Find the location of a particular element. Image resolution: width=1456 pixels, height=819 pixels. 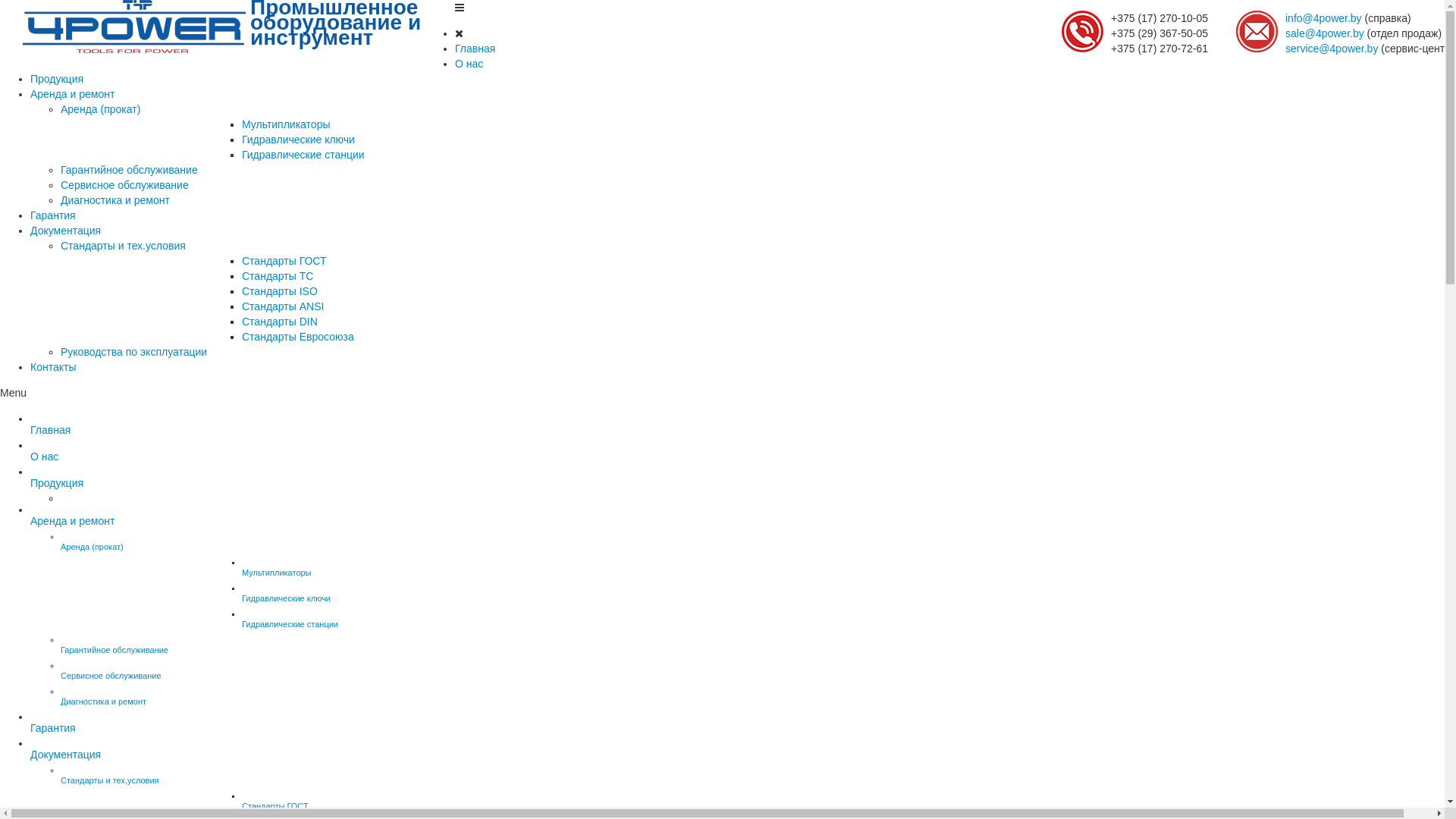

'service@4power.by' is located at coordinates (1331, 48).